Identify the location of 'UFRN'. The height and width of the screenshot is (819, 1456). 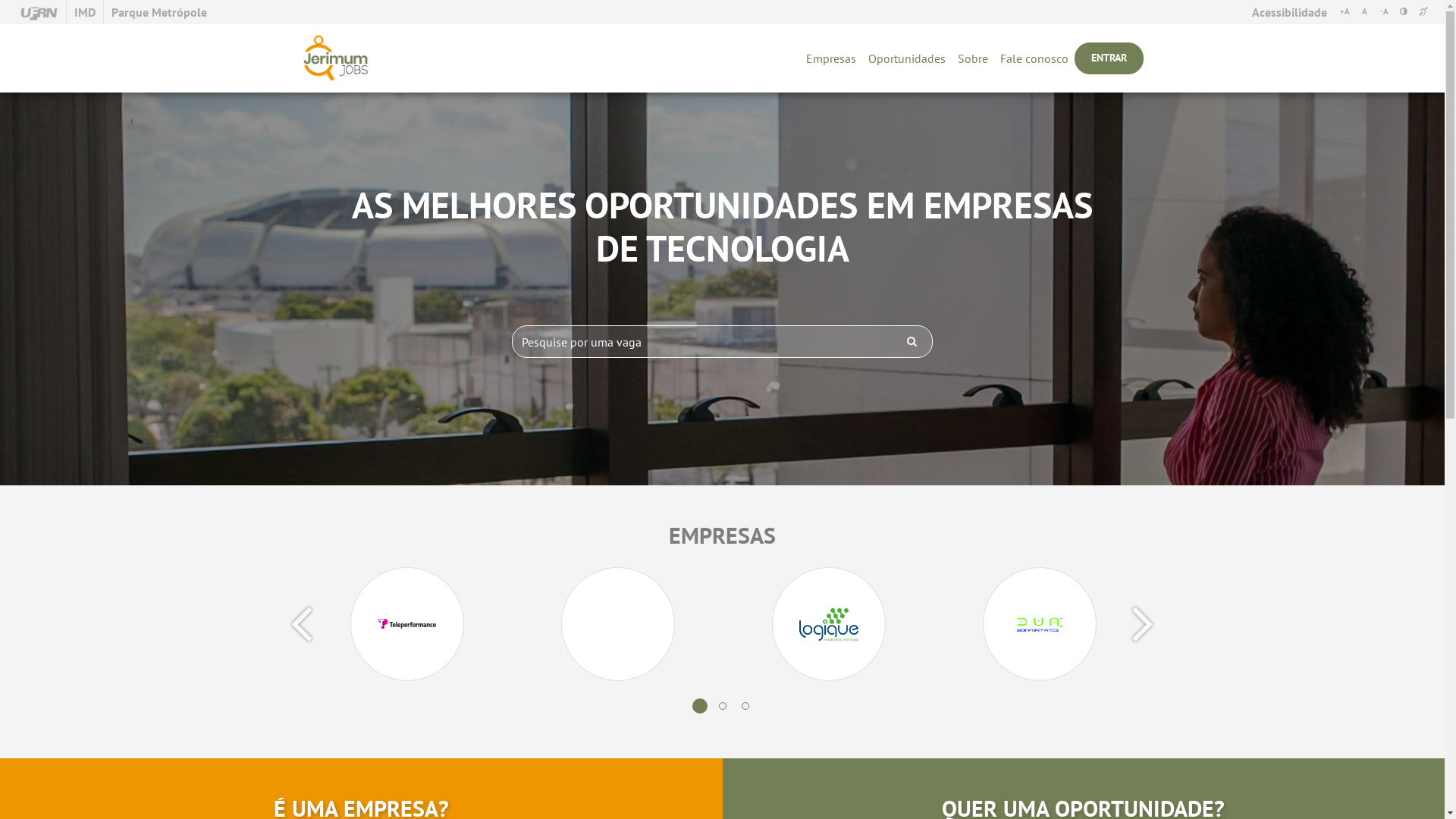
(39, 11).